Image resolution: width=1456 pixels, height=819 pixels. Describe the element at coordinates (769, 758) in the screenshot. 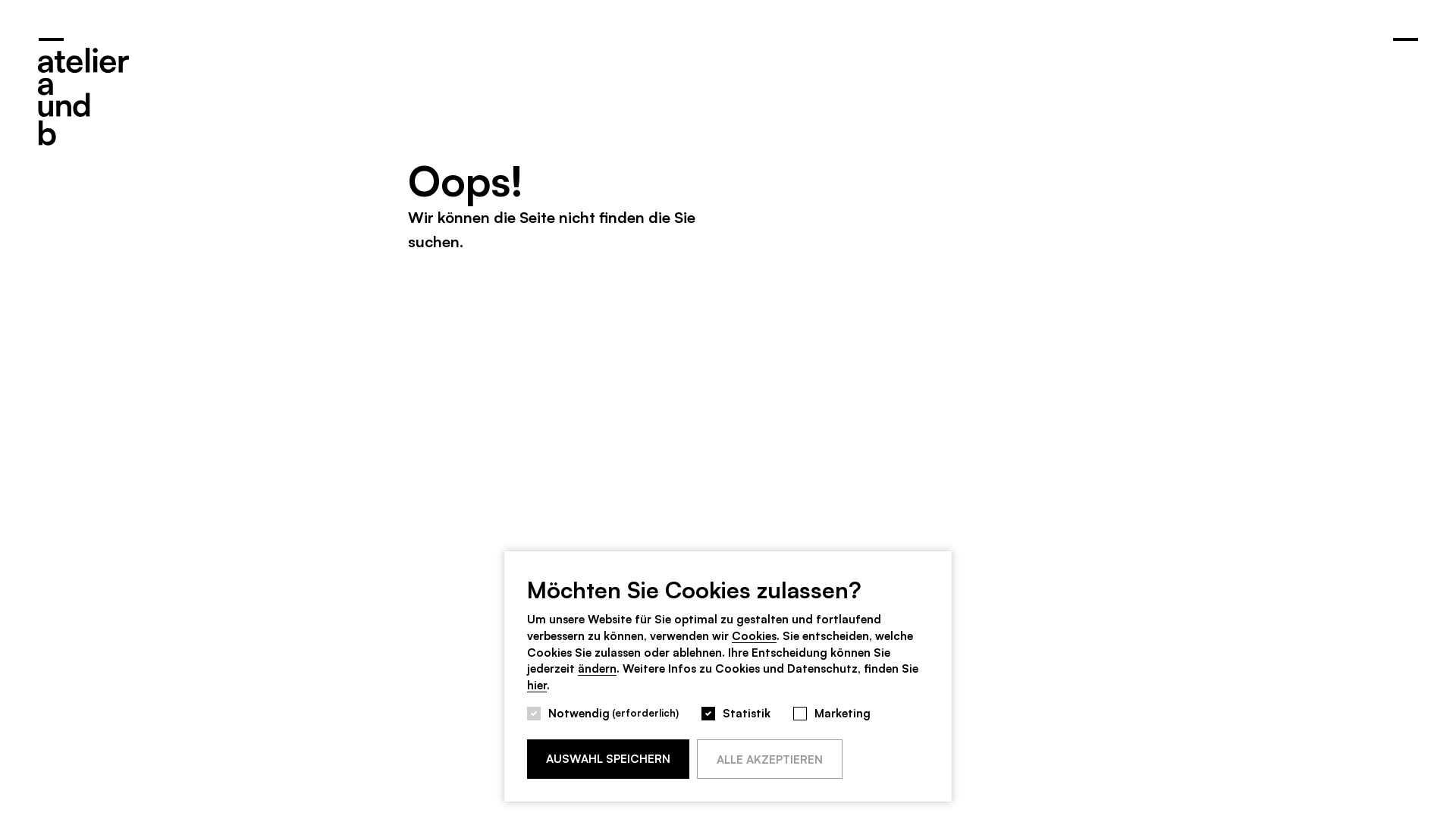

I see `'ALLE AKZEPTIEREN'` at that location.